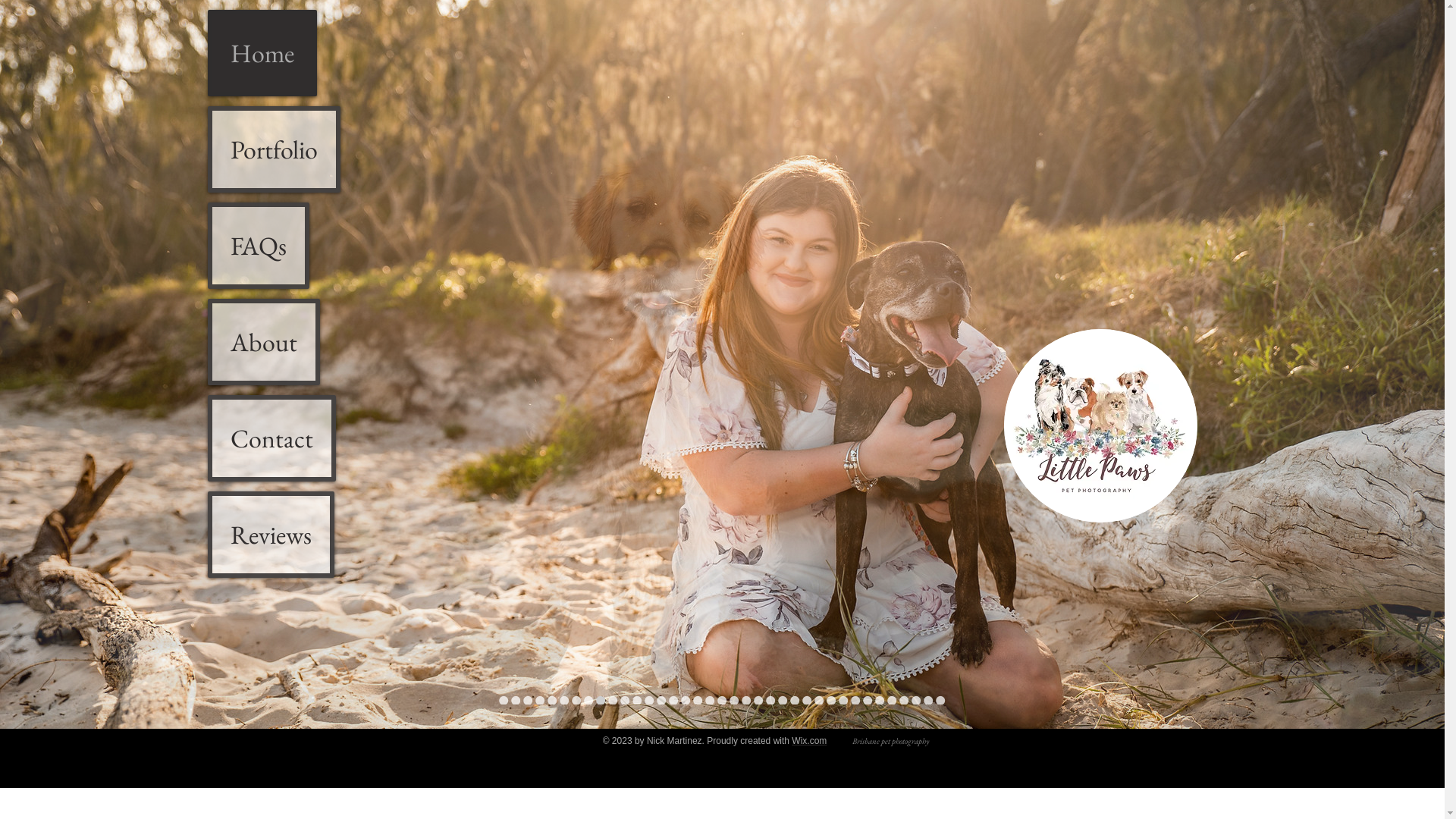 This screenshot has height=819, width=1456. I want to click on 'Wix.com', so click(808, 739).